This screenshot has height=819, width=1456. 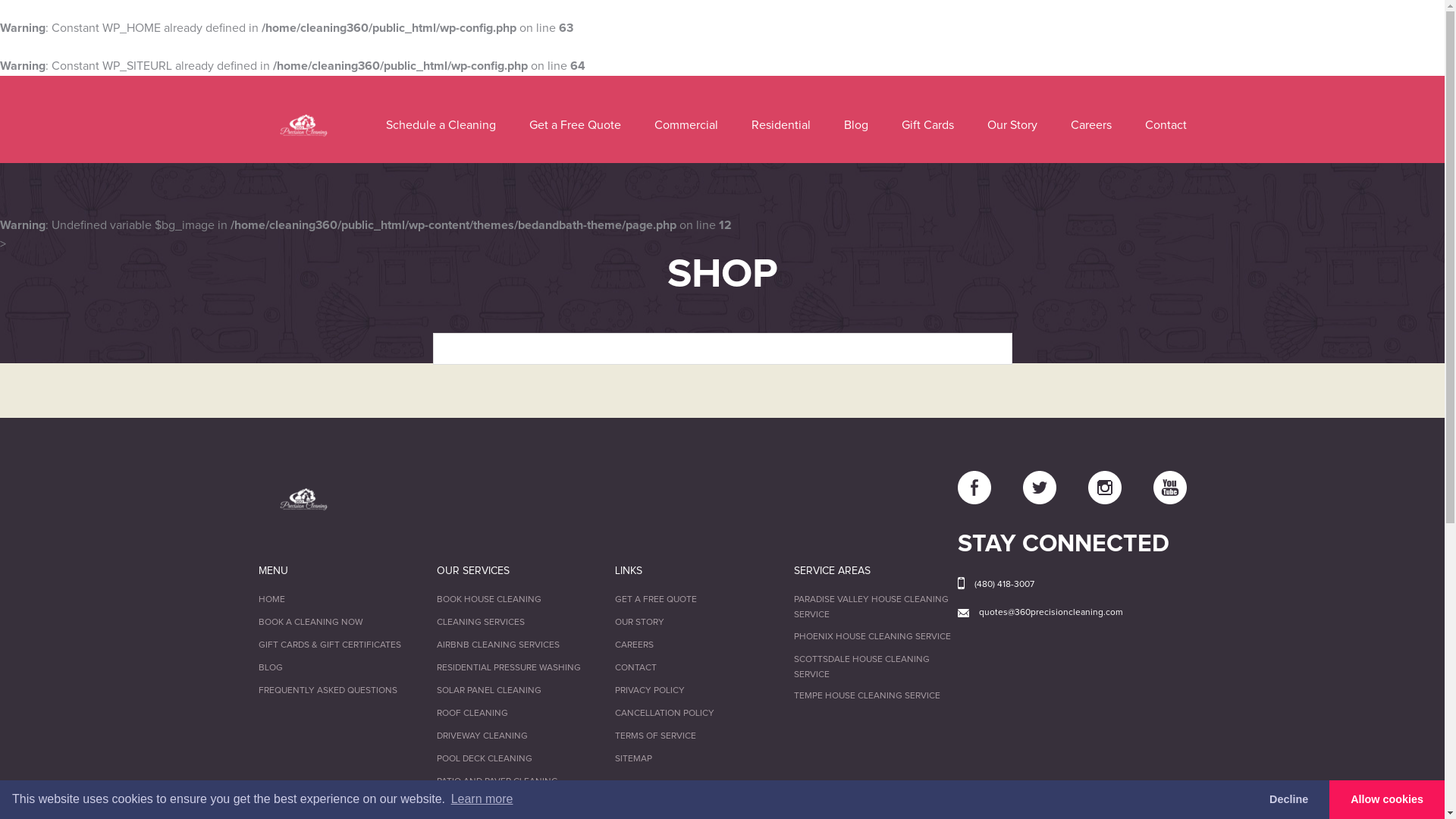 What do you see at coordinates (326, 690) in the screenshot?
I see `'FREQUENTLY ASKED QUESTIONS'` at bounding box center [326, 690].